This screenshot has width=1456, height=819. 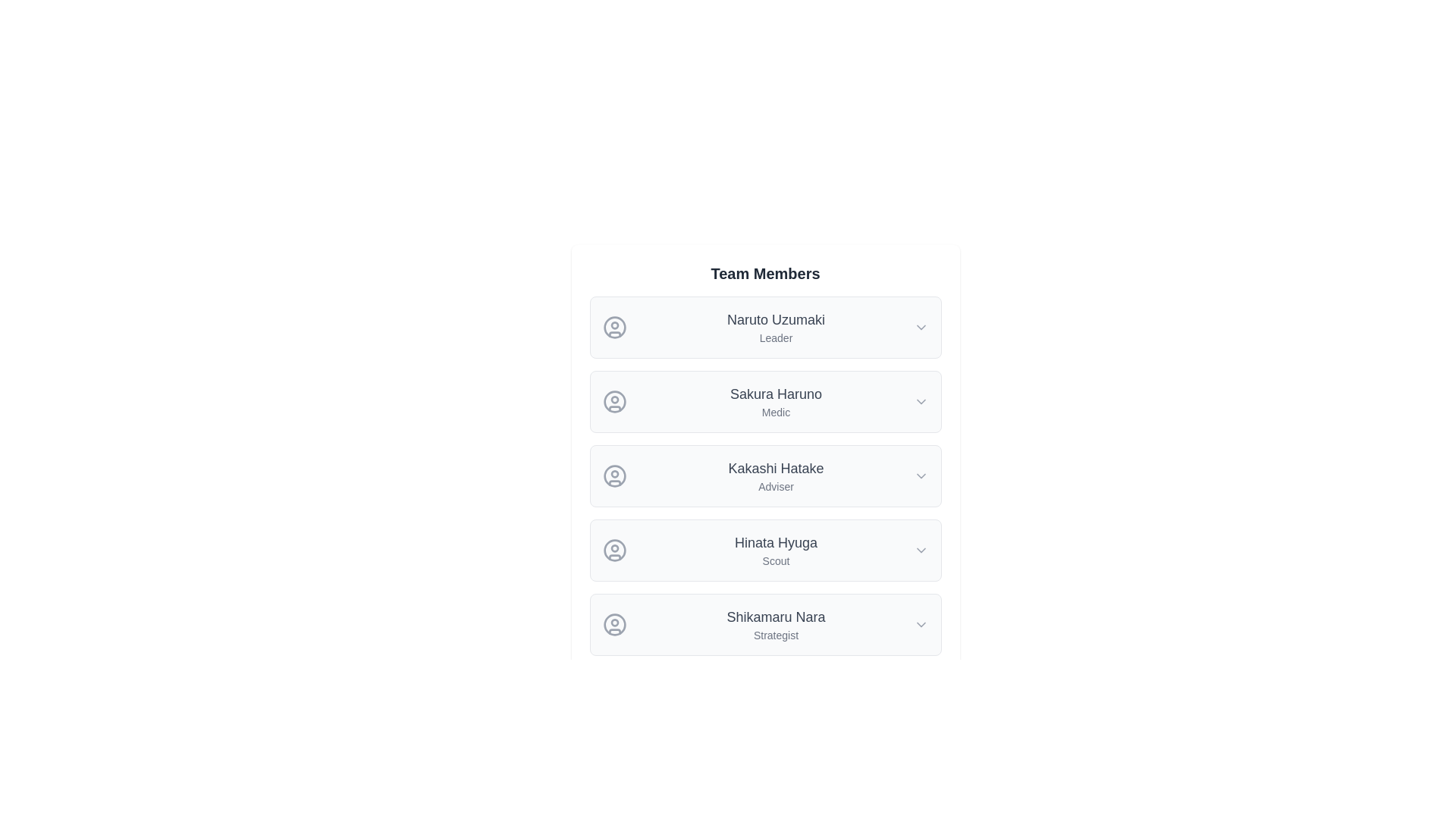 I want to click on the first Expandable List Item for 'Naruto Uzumaki', so click(x=765, y=327).